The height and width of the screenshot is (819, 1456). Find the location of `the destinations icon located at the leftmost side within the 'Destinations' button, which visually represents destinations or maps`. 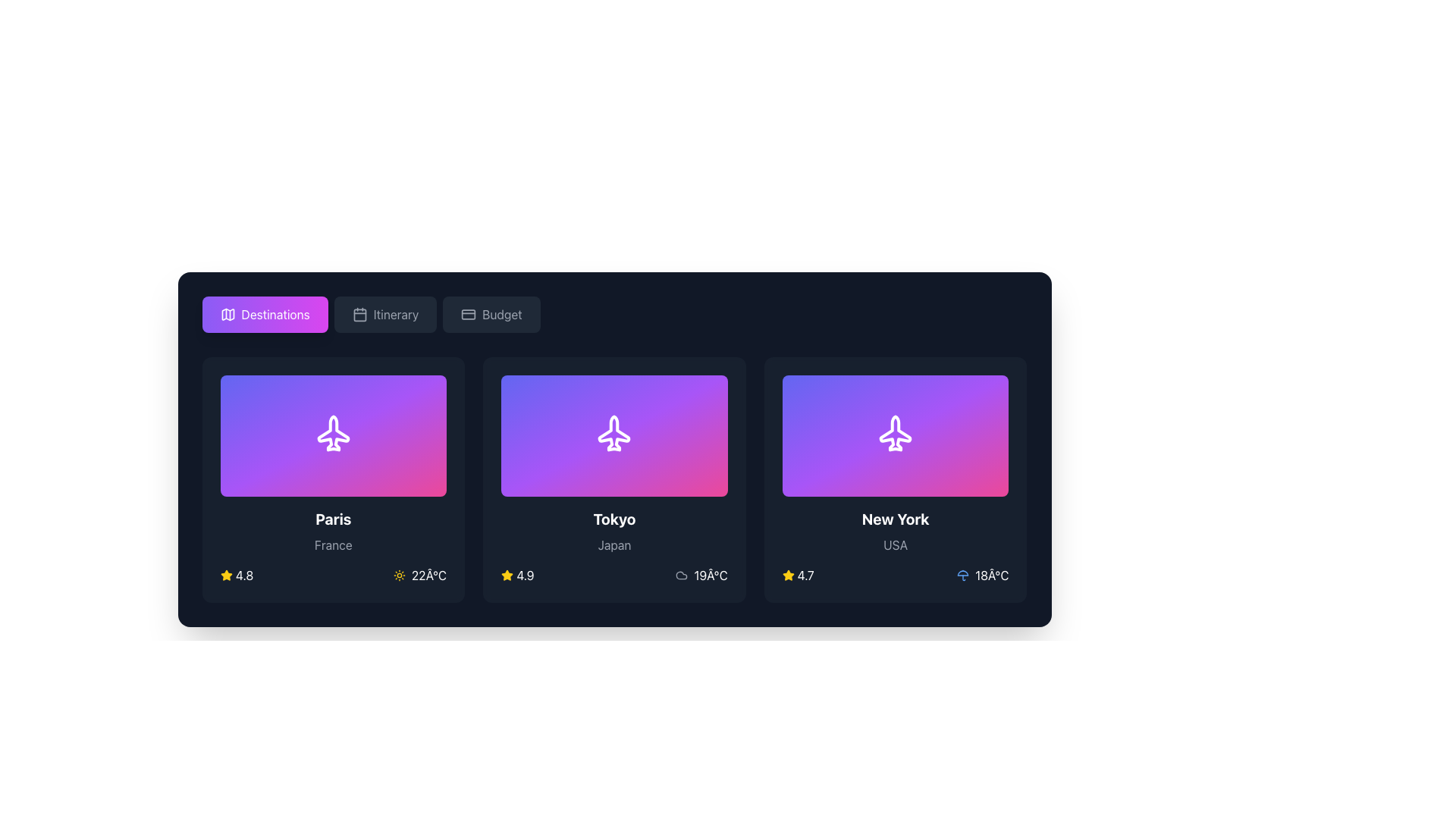

the destinations icon located at the leftmost side within the 'Destinations' button, which visually represents destinations or maps is located at coordinates (227, 314).